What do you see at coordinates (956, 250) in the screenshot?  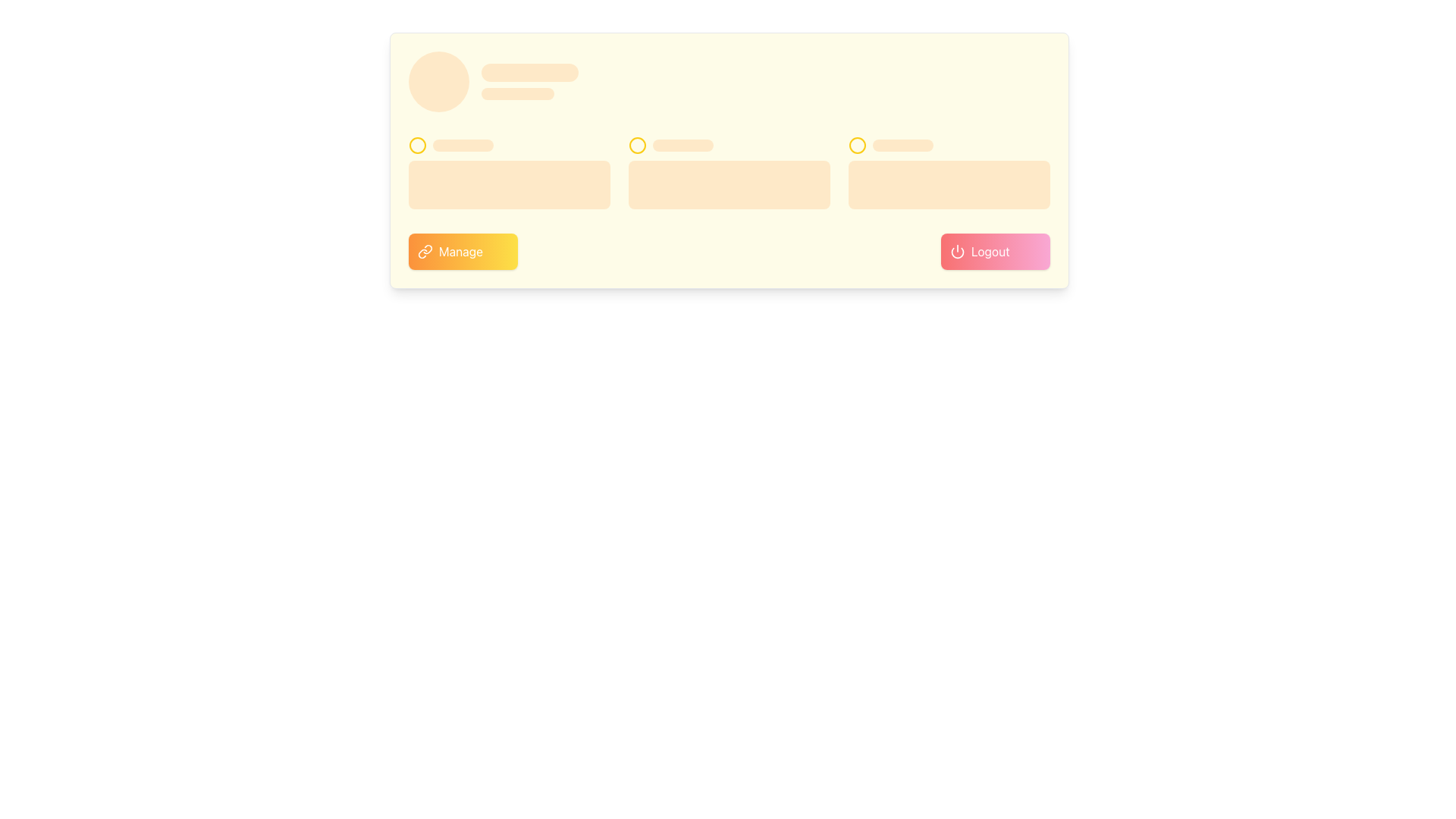 I see `the power button icon located within the 'Logout' button at the bottom right corner of the interface` at bounding box center [956, 250].